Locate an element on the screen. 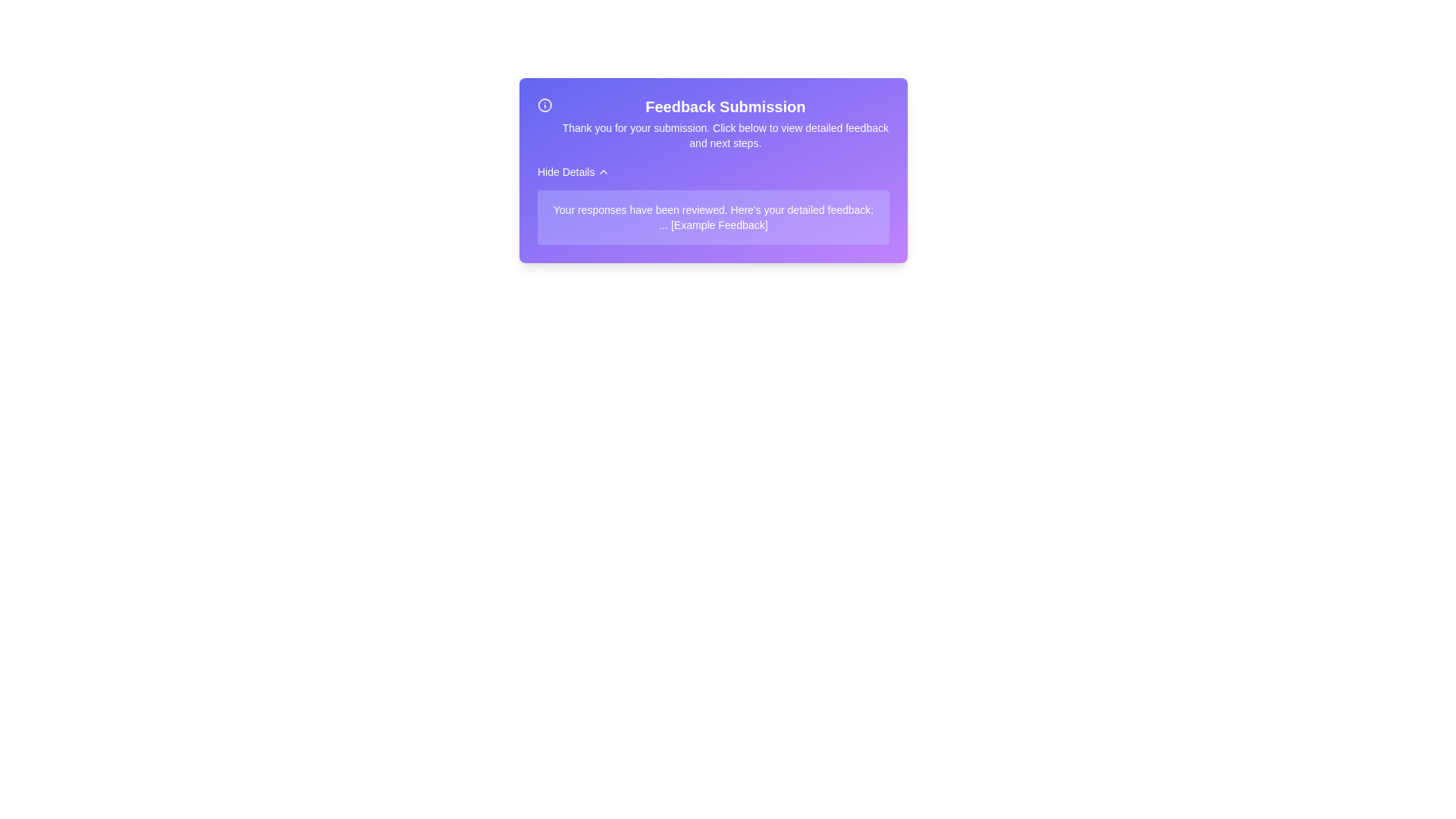 This screenshot has width=1456, height=819. the 'Hide Details' button to toggle the visibility of the detailed feedback is located at coordinates (572, 171).